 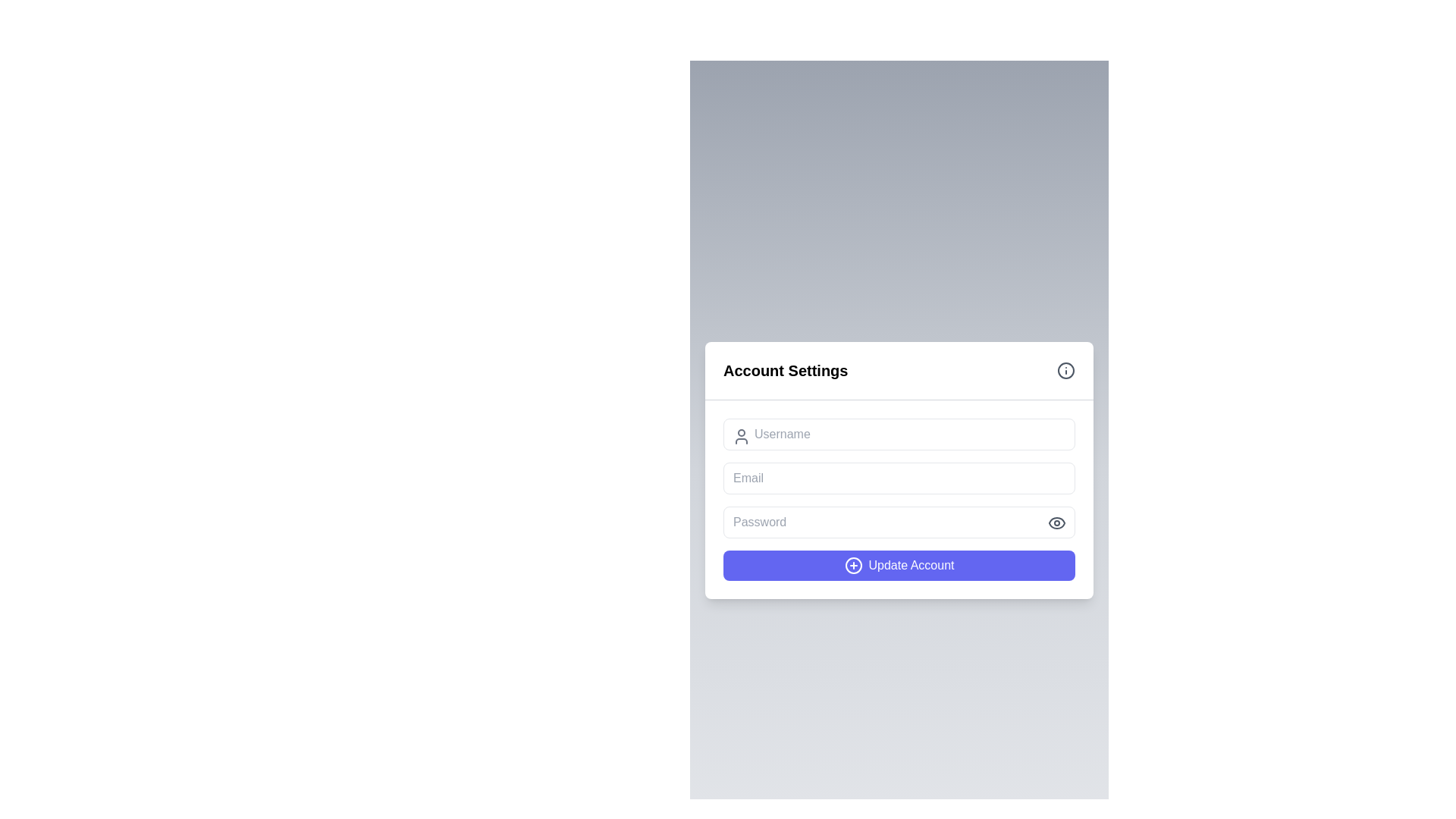 I want to click on the toggle button positioned to the right side of the password input field to switch the visibility mode of the password text, so click(x=1056, y=522).